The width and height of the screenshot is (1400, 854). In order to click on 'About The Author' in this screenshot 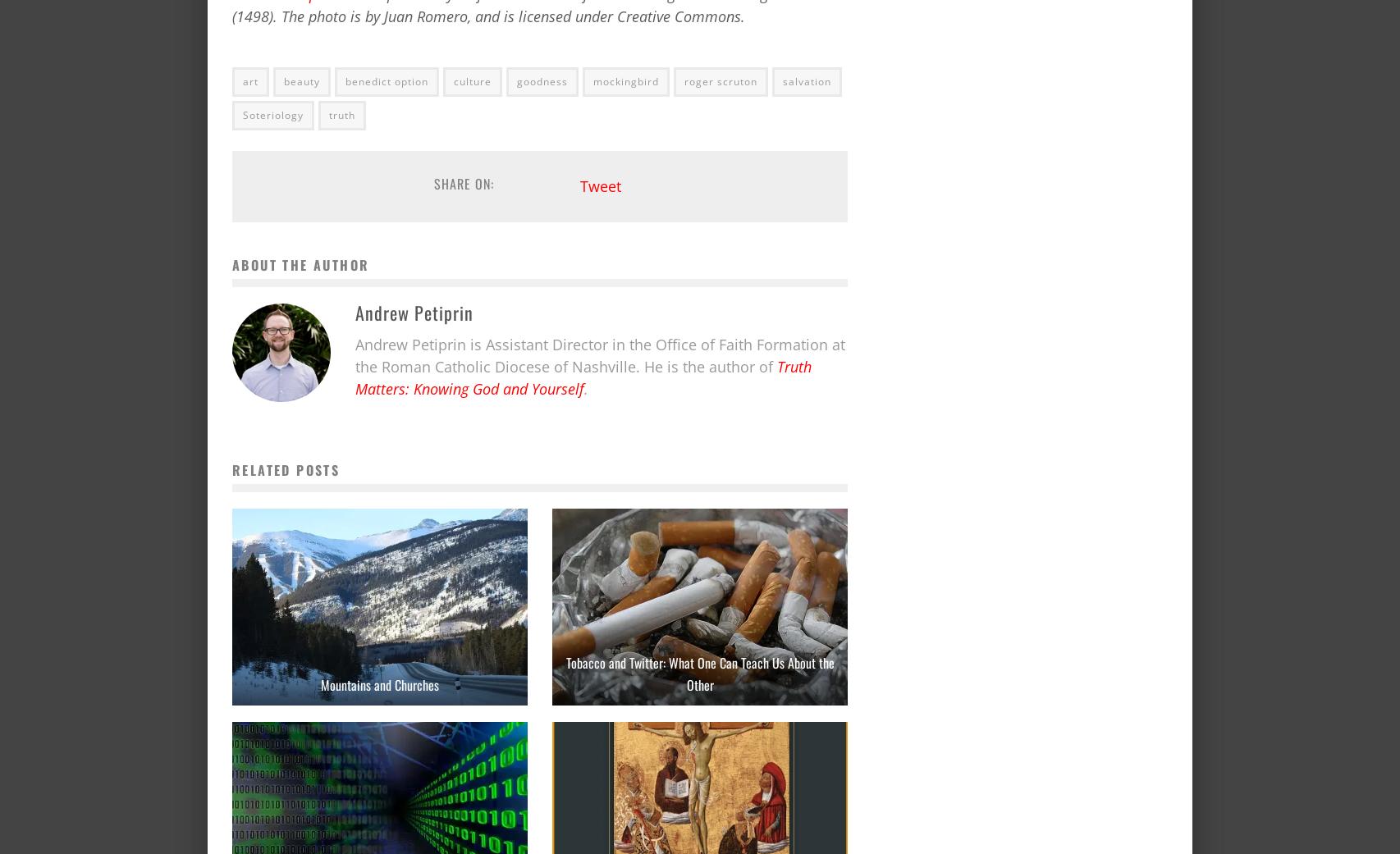, I will do `click(300, 263)`.